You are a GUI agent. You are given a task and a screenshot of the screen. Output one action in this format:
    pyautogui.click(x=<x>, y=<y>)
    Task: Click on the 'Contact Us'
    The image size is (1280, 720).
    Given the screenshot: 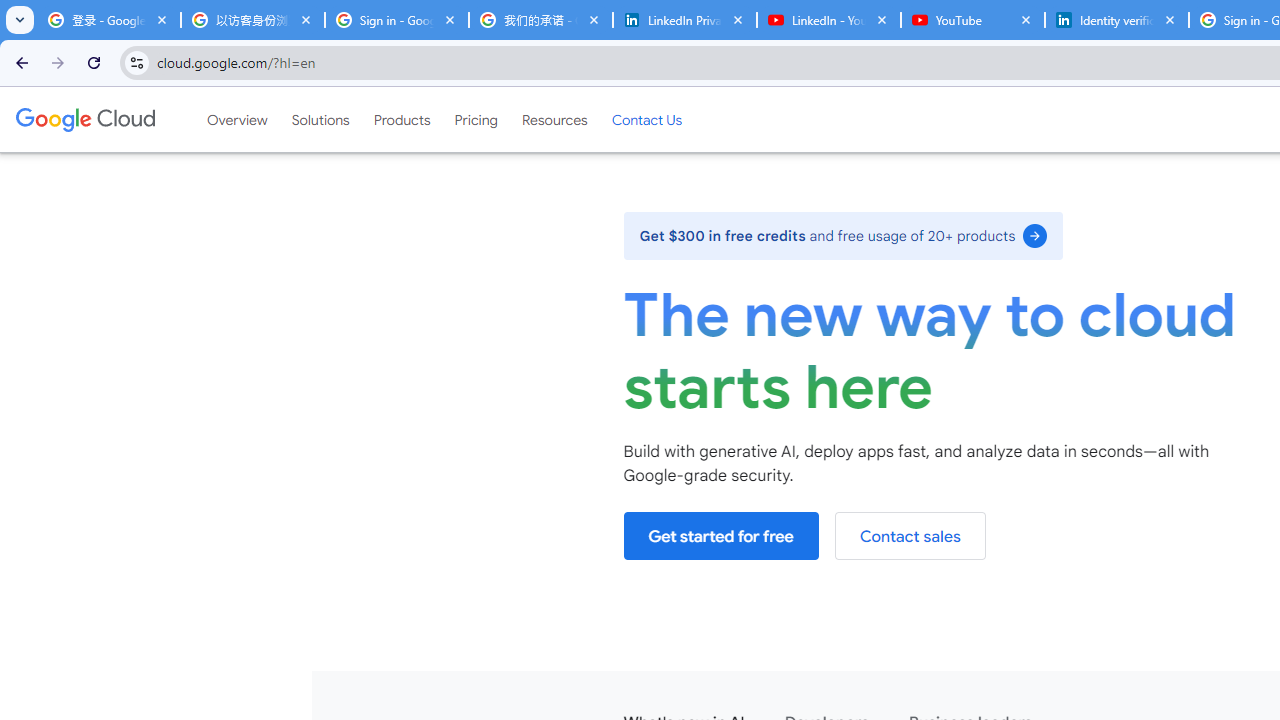 What is the action you would take?
    pyautogui.click(x=647, y=119)
    